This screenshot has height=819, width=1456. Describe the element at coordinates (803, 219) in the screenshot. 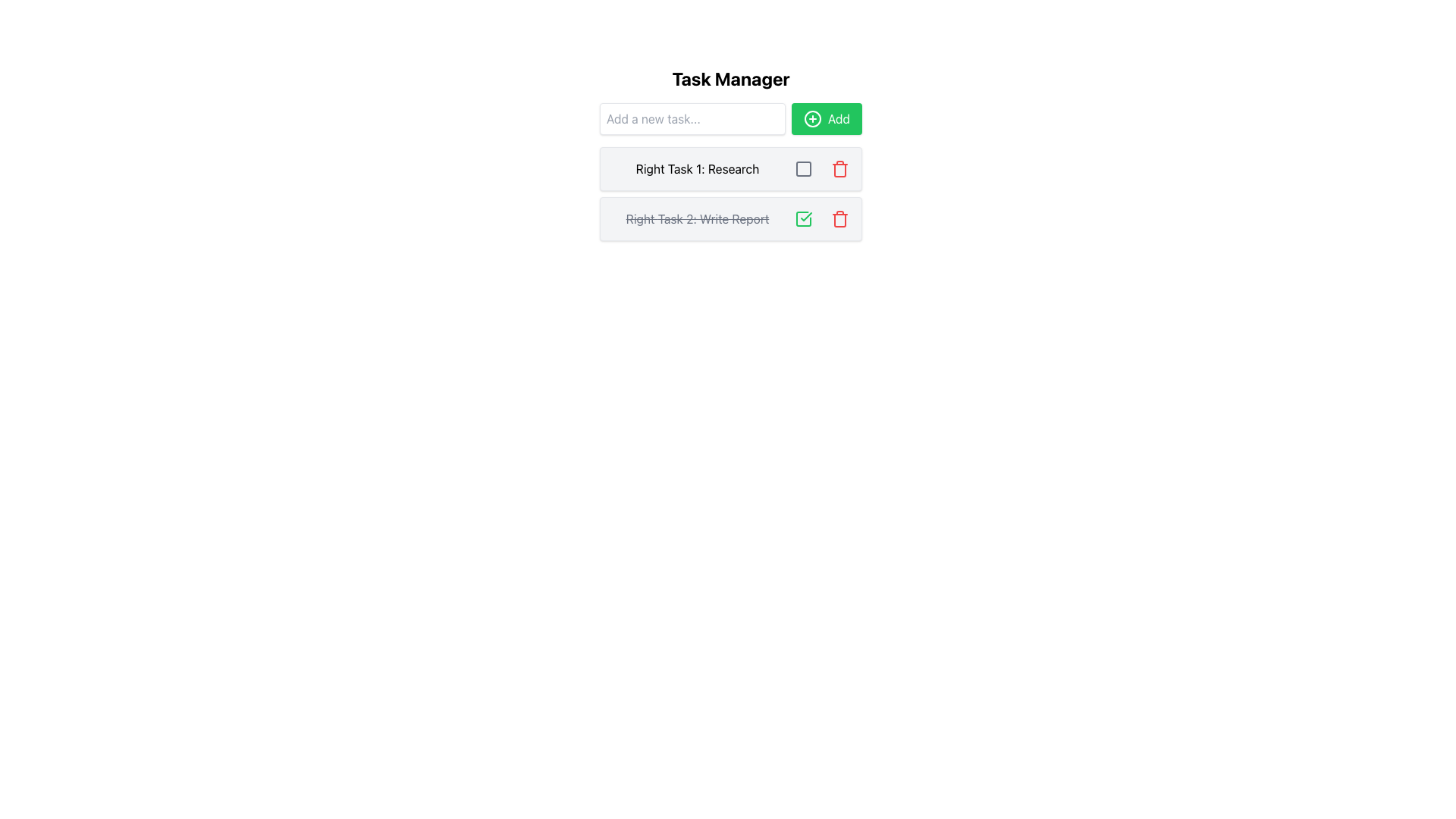

I see `the green-framed checkbox with a tick mark inside` at that location.